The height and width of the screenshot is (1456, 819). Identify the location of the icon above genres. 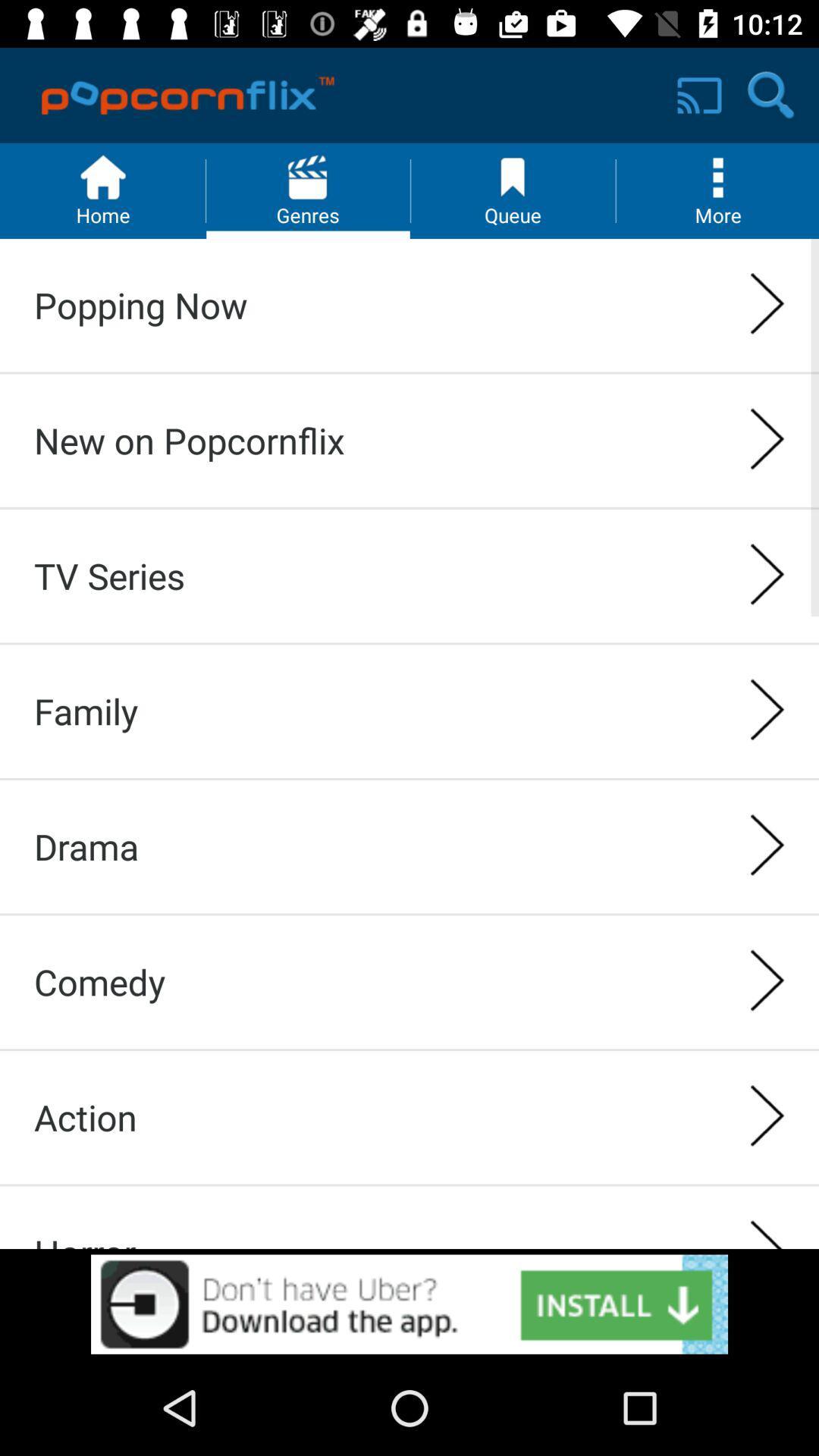
(307, 177).